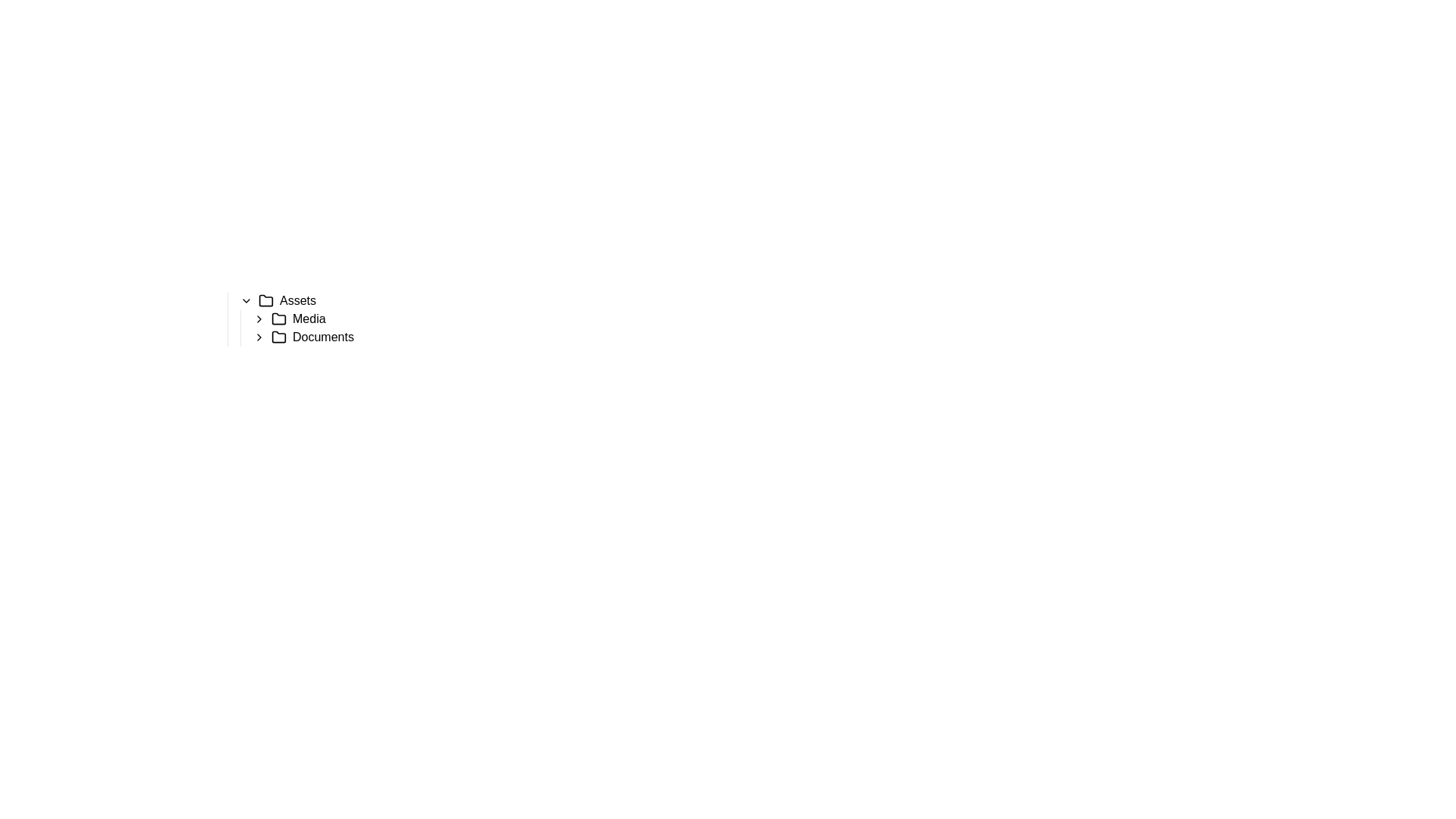  I want to click on the folder icon labeled 'Documents', so click(279, 335).